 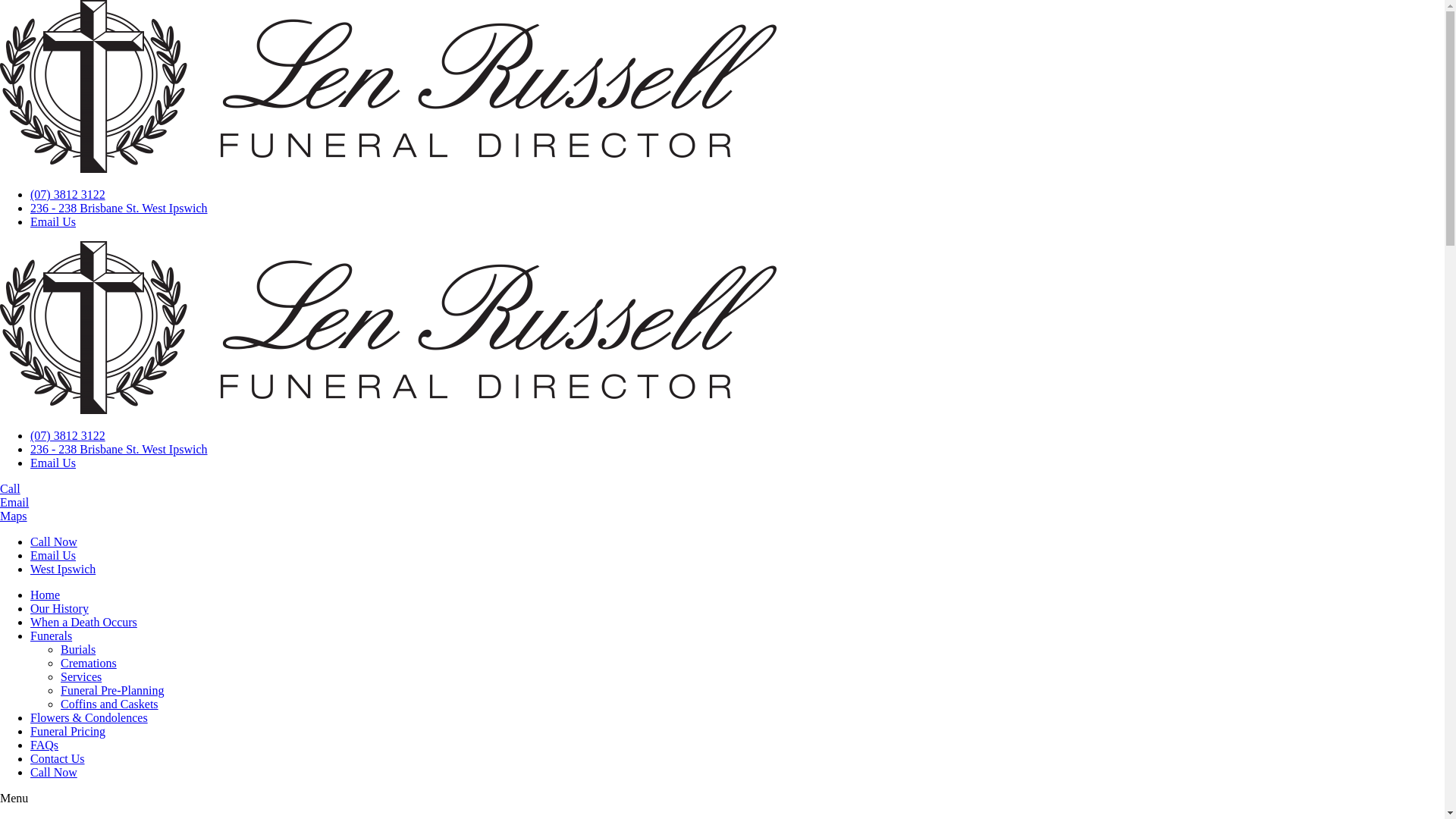 What do you see at coordinates (0, 515) in the screenshot?
I see `'Maps'` at bounding box center [0, 515].